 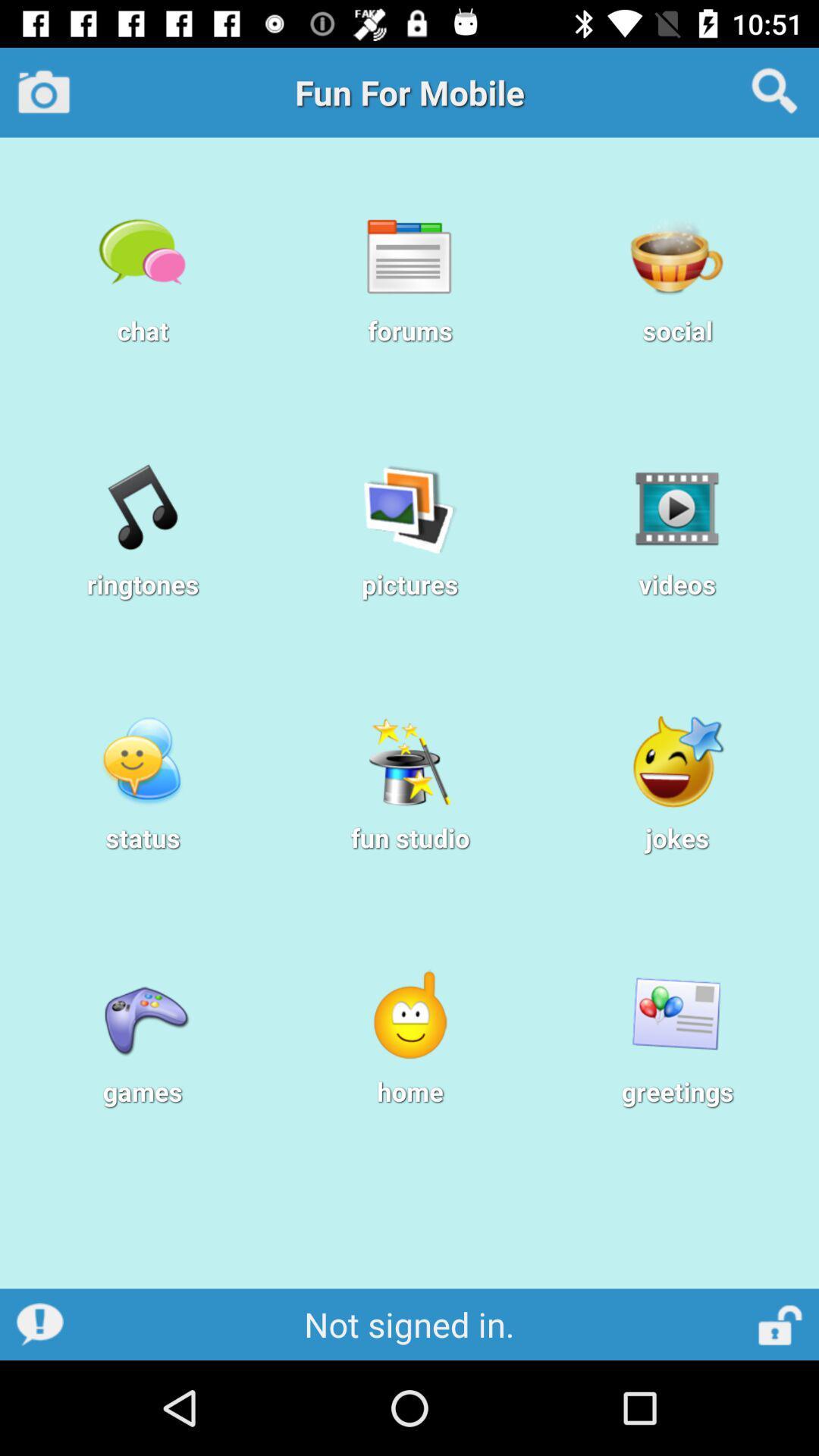 What do you see at coordinates (781, 1323) in the screenshot?
I see `the lock icon` at bounding box center [781, 1323].